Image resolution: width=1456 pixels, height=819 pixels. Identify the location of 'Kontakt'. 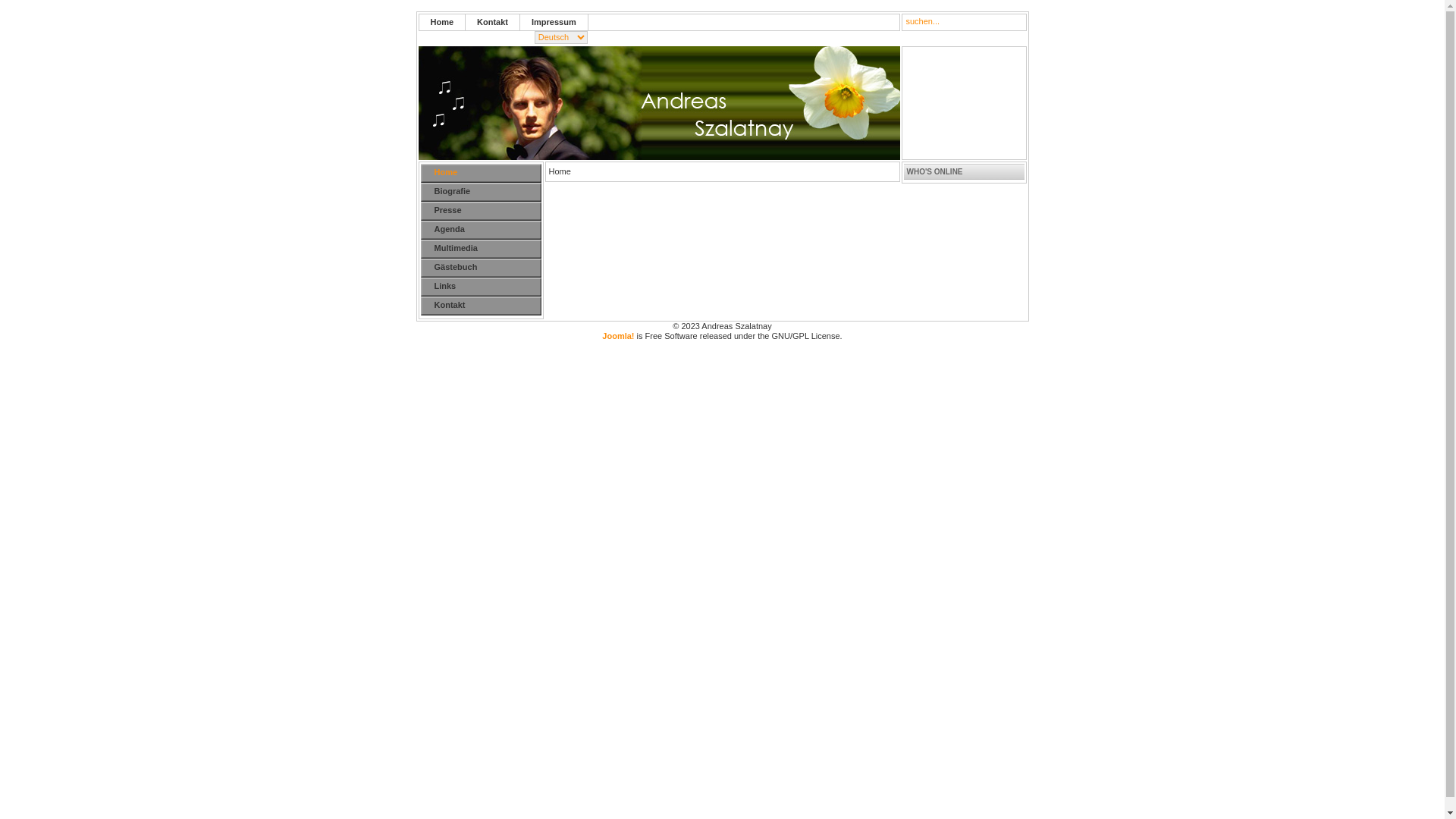
(492, 22).